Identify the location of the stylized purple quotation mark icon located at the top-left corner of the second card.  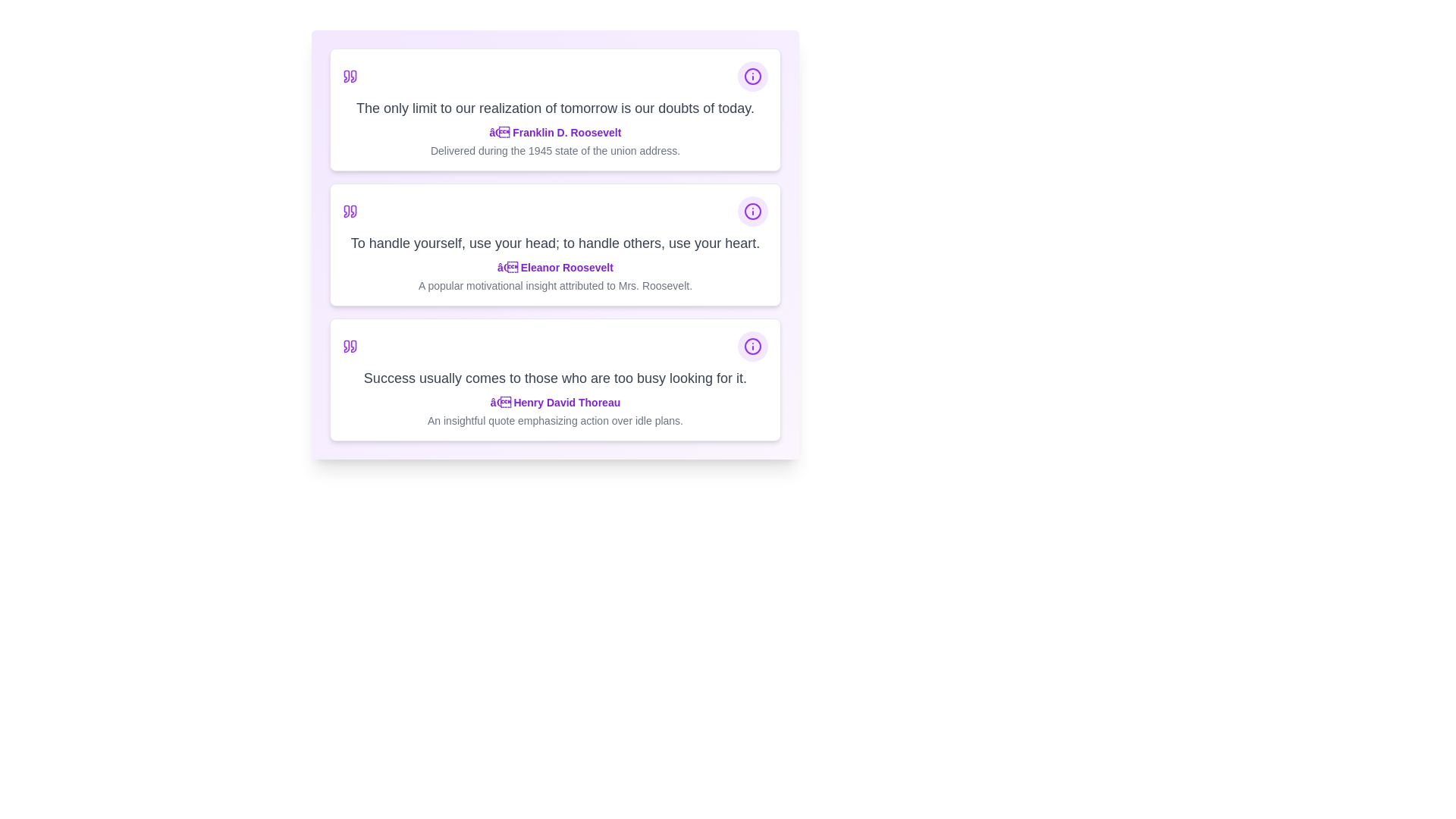
(353, 211).